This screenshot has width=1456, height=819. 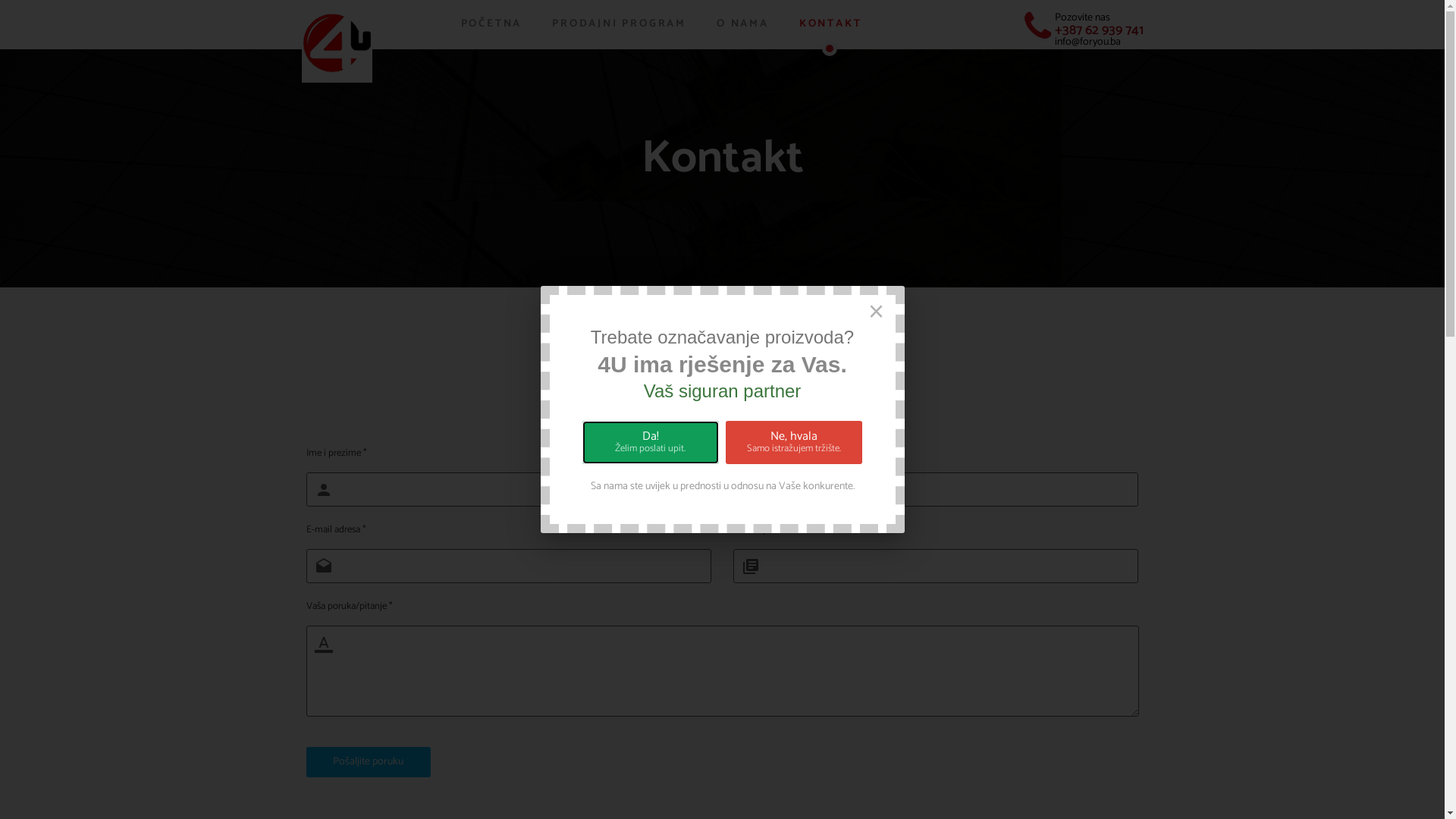 I want to click on 'O NAMA', so click(x=742, y=24).